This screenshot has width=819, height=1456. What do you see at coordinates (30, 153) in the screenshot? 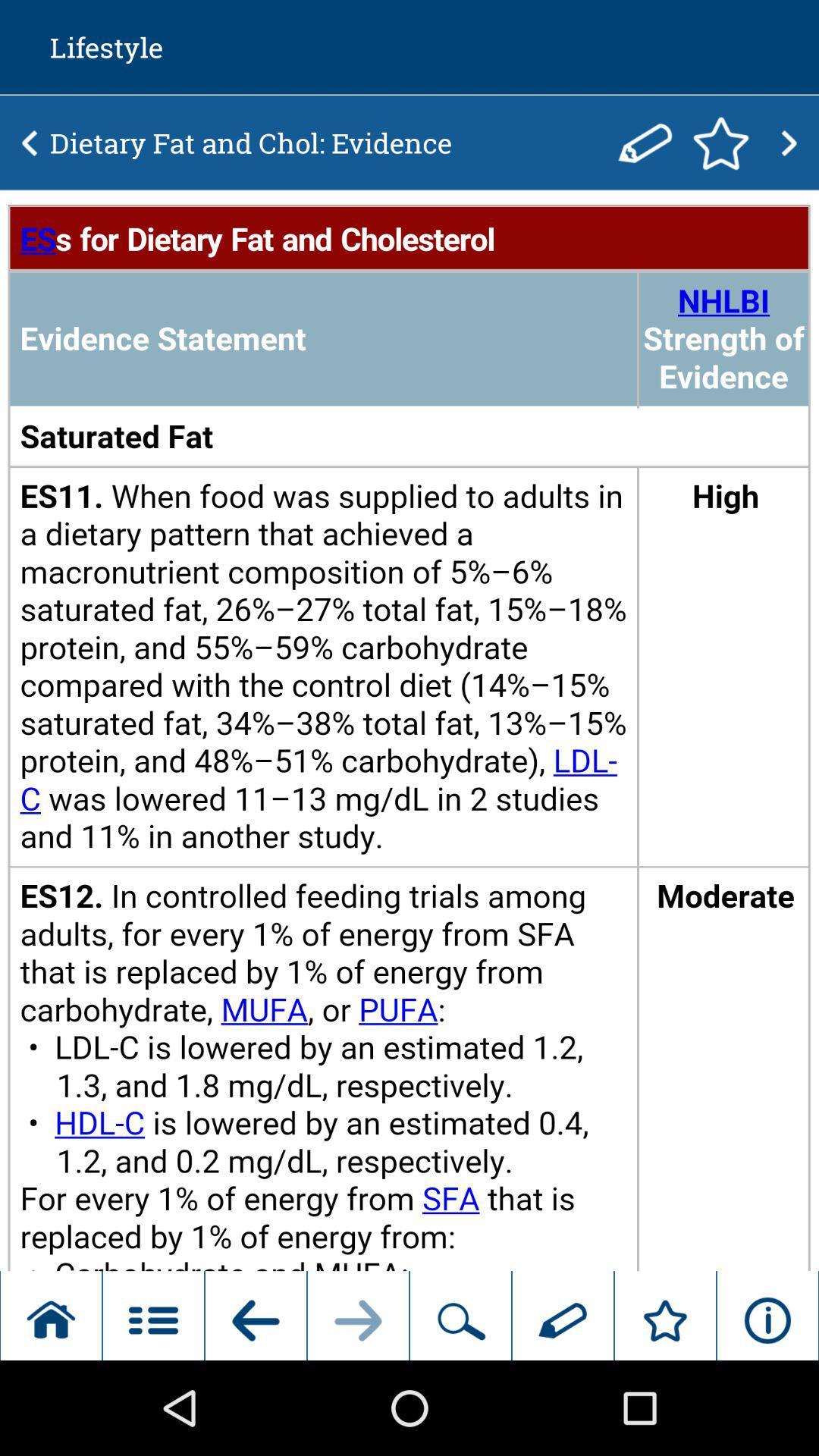
I see `the arrow_backward icon` at bounding box center [30, 153].